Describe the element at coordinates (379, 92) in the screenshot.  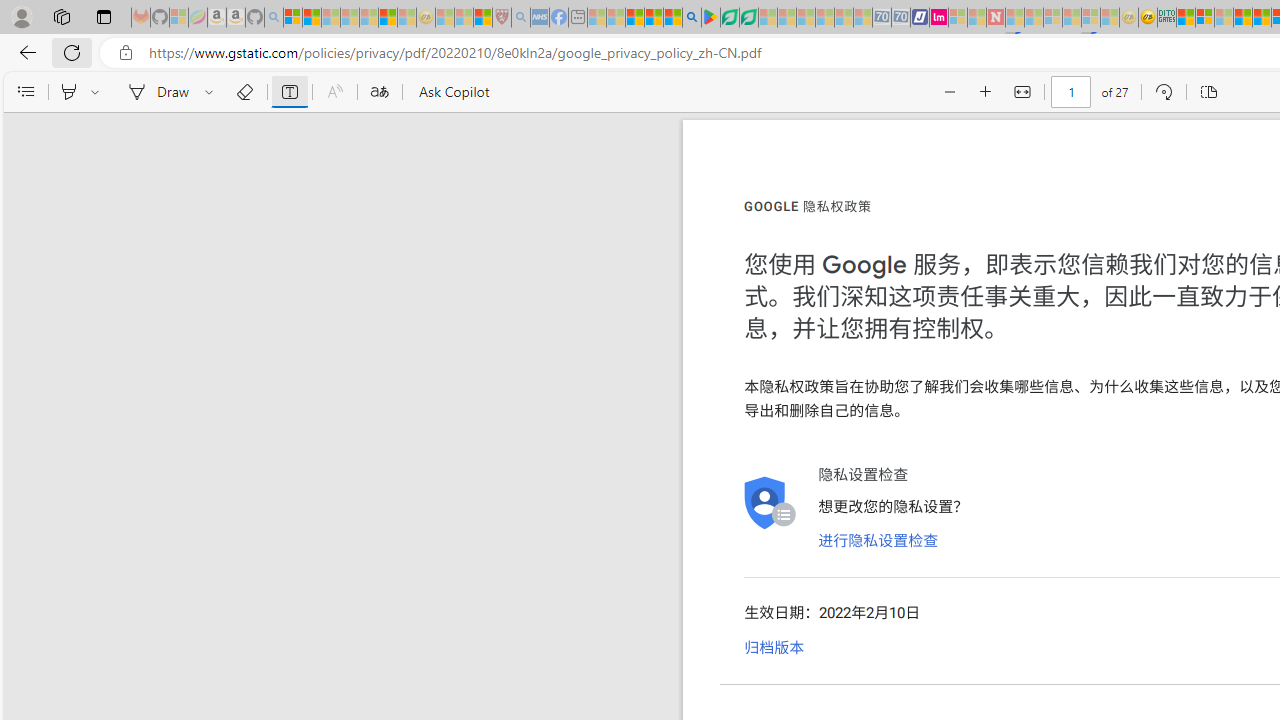
I see `'Translate'` at that location.